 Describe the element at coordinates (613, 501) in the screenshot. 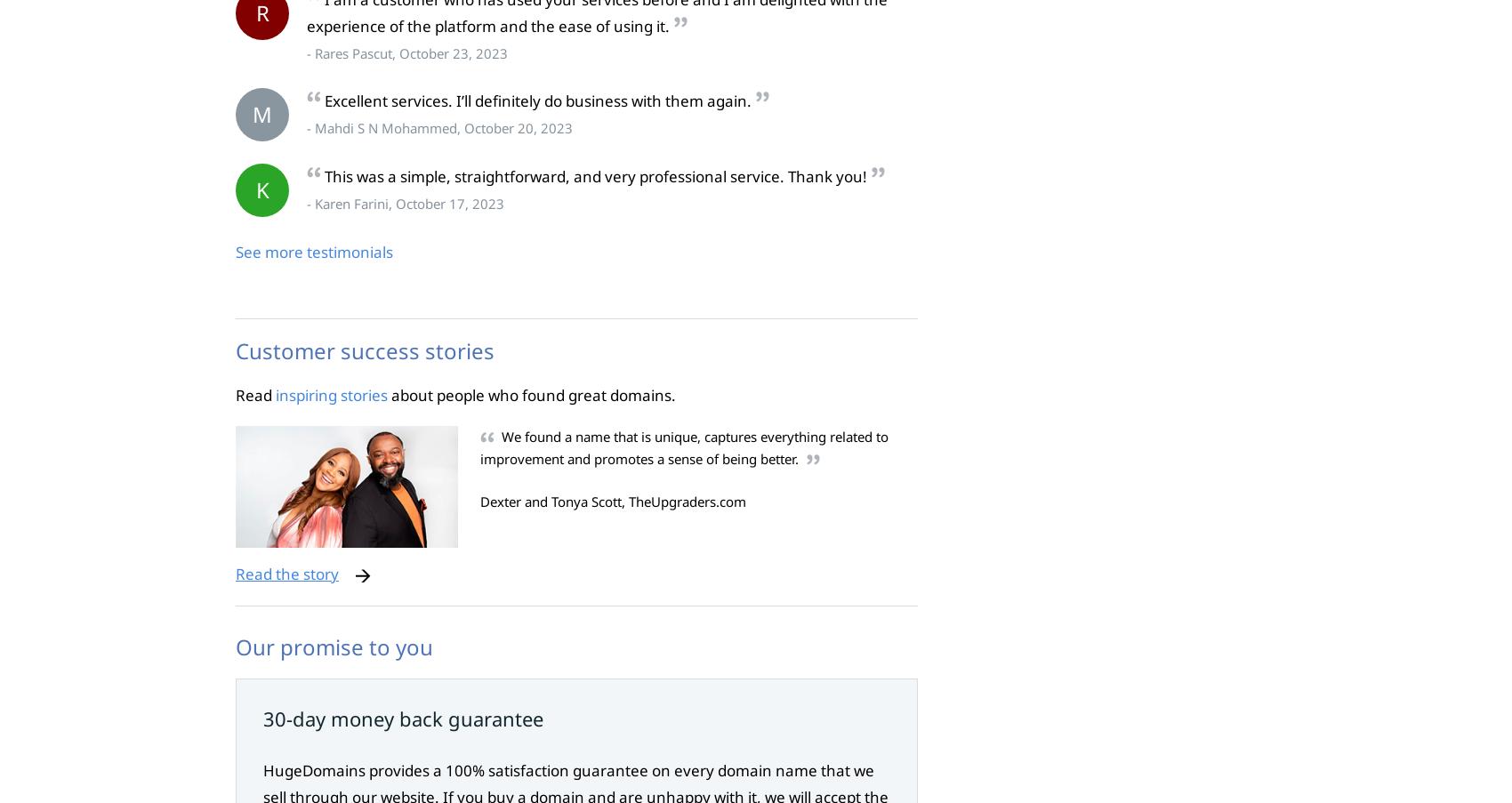

I see `'Dexter and Tonya Scott, TheUpgraders.com'` at that location.